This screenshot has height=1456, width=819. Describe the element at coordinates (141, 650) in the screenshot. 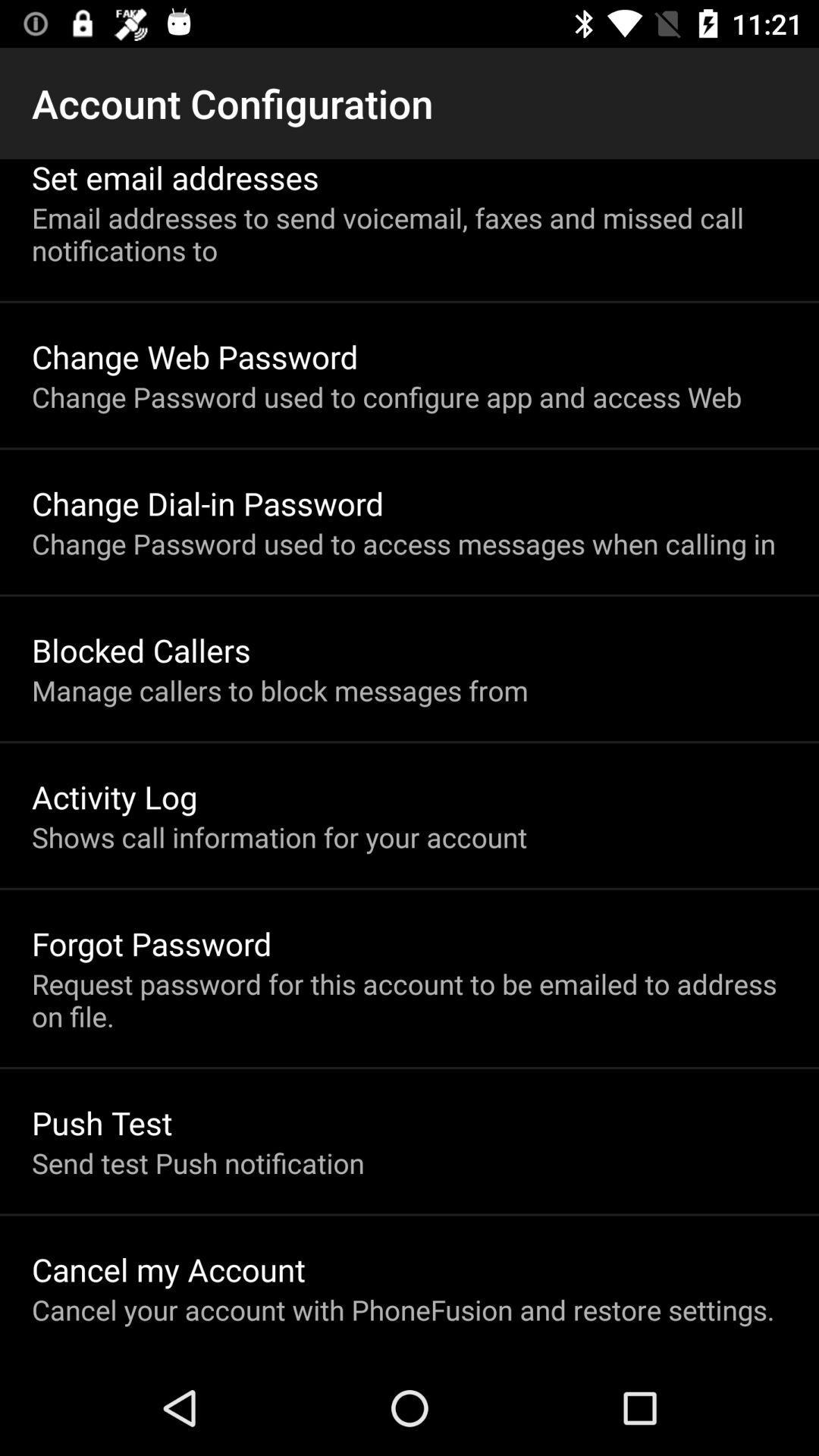

I see `icon below change password used item` at that location.